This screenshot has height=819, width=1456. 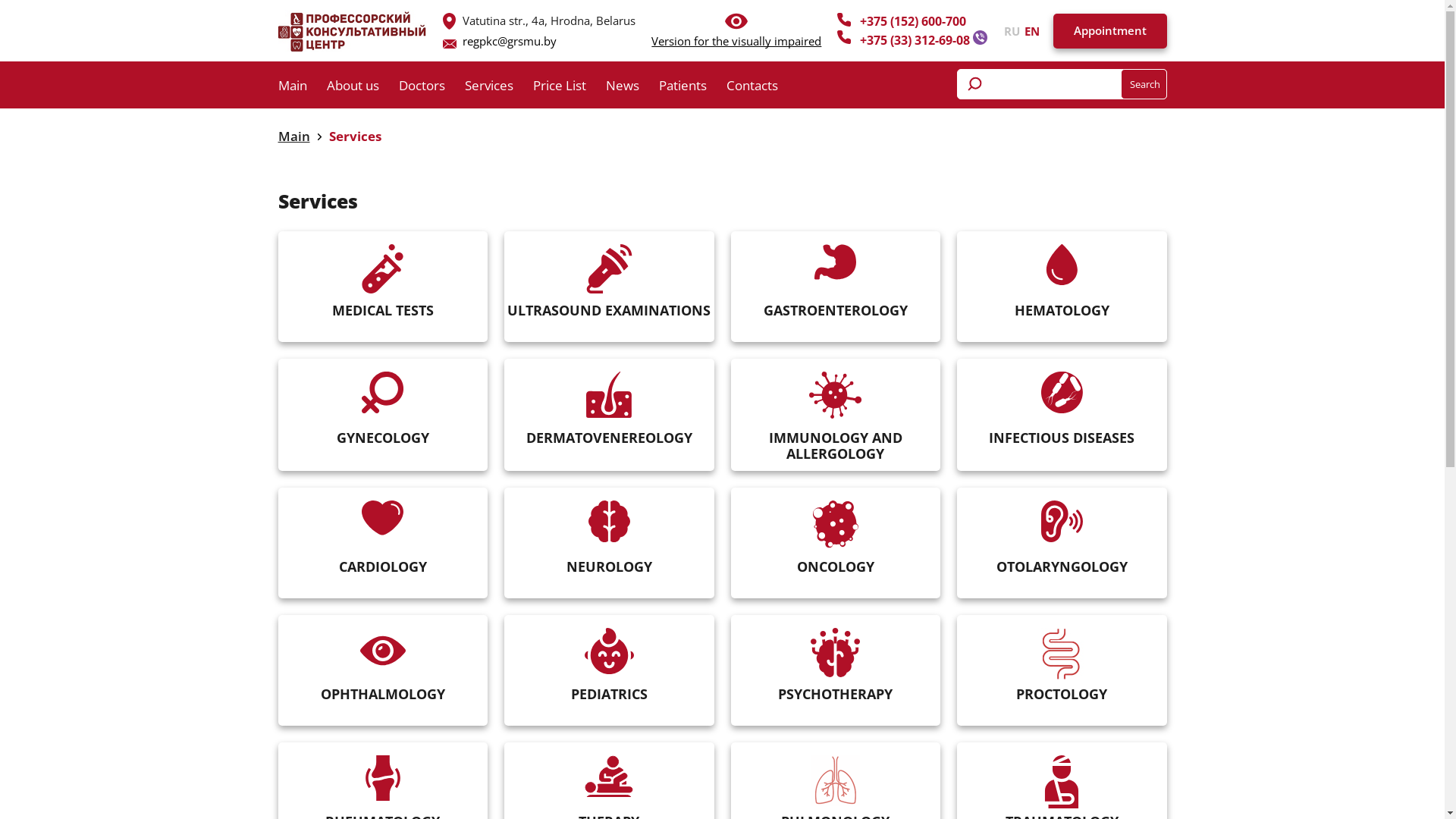 What do you see at coordinates (731, 670) in the screenshot?
I see `'PSYCHOTHERAPY'` at bounding box center [731, 670].